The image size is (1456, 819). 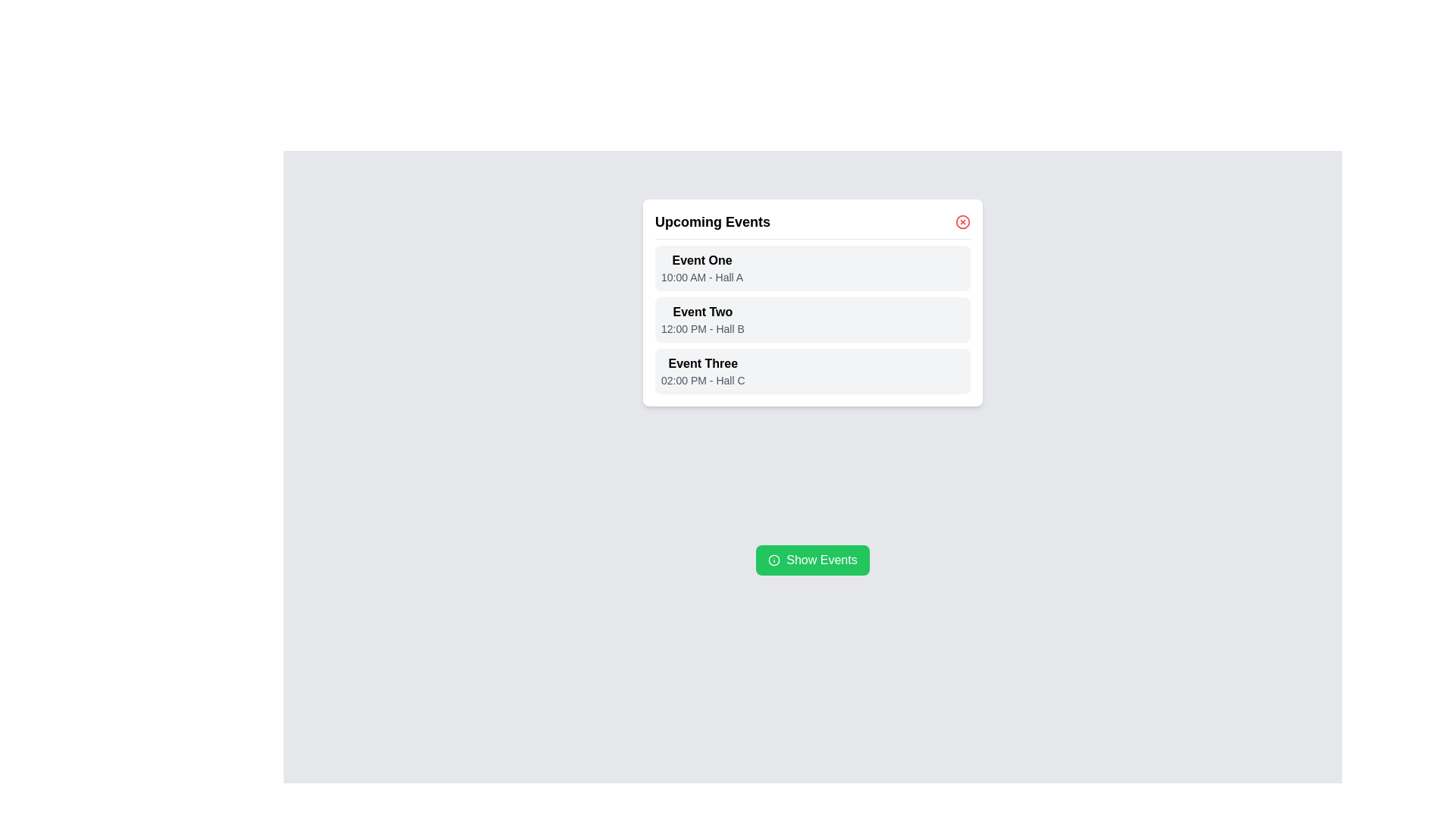 I want to click on the first event item in the 'Upcoming Events' list, which displays 'Event One' and '10:00 AM - Hall A', so click(x=811, y=268).